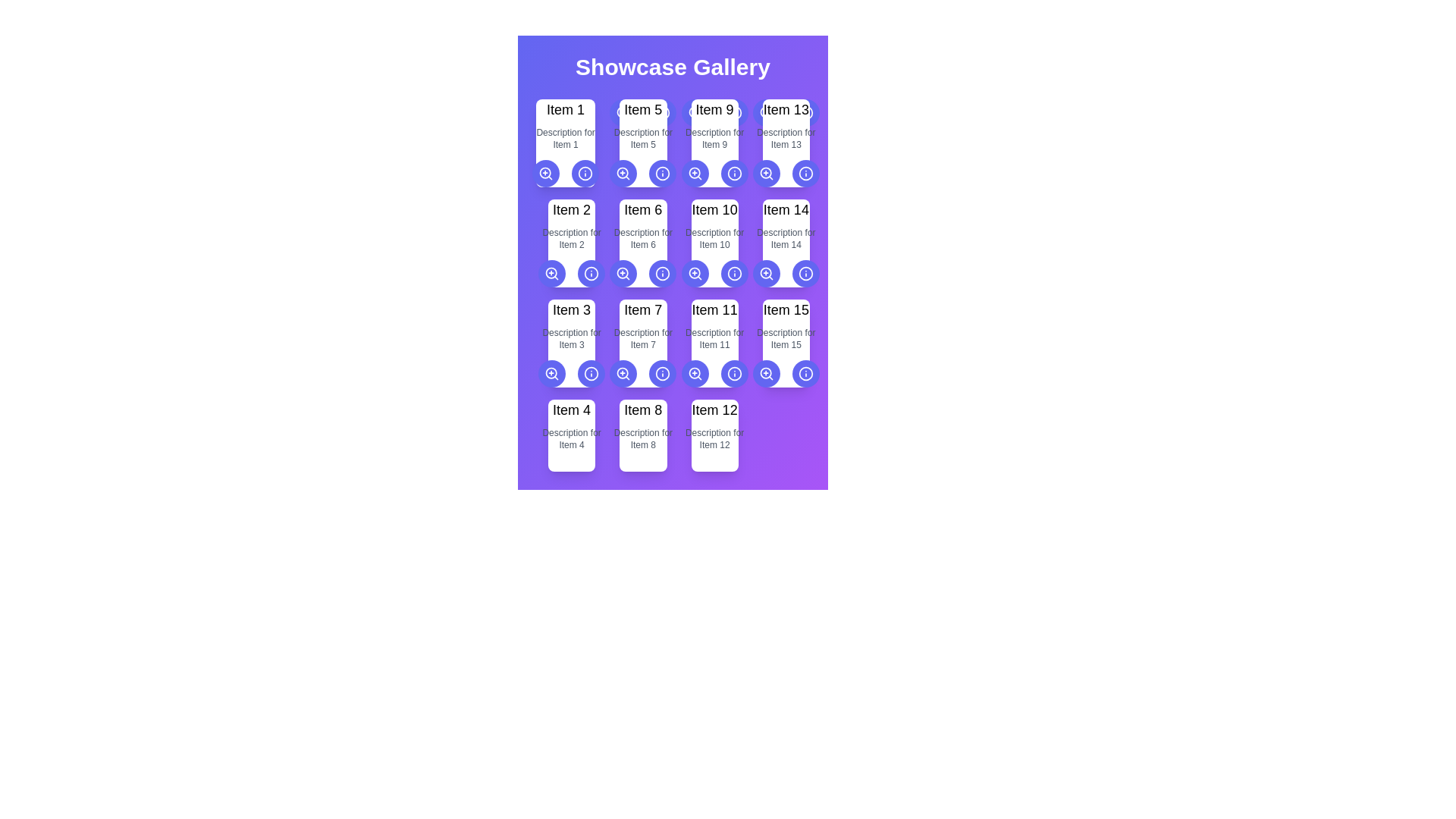  I want to click on the Informational card displaying 'Item 10' with a description 'Description for Item 10', located at row 2, column 3 of the grid, so click(714, 242).